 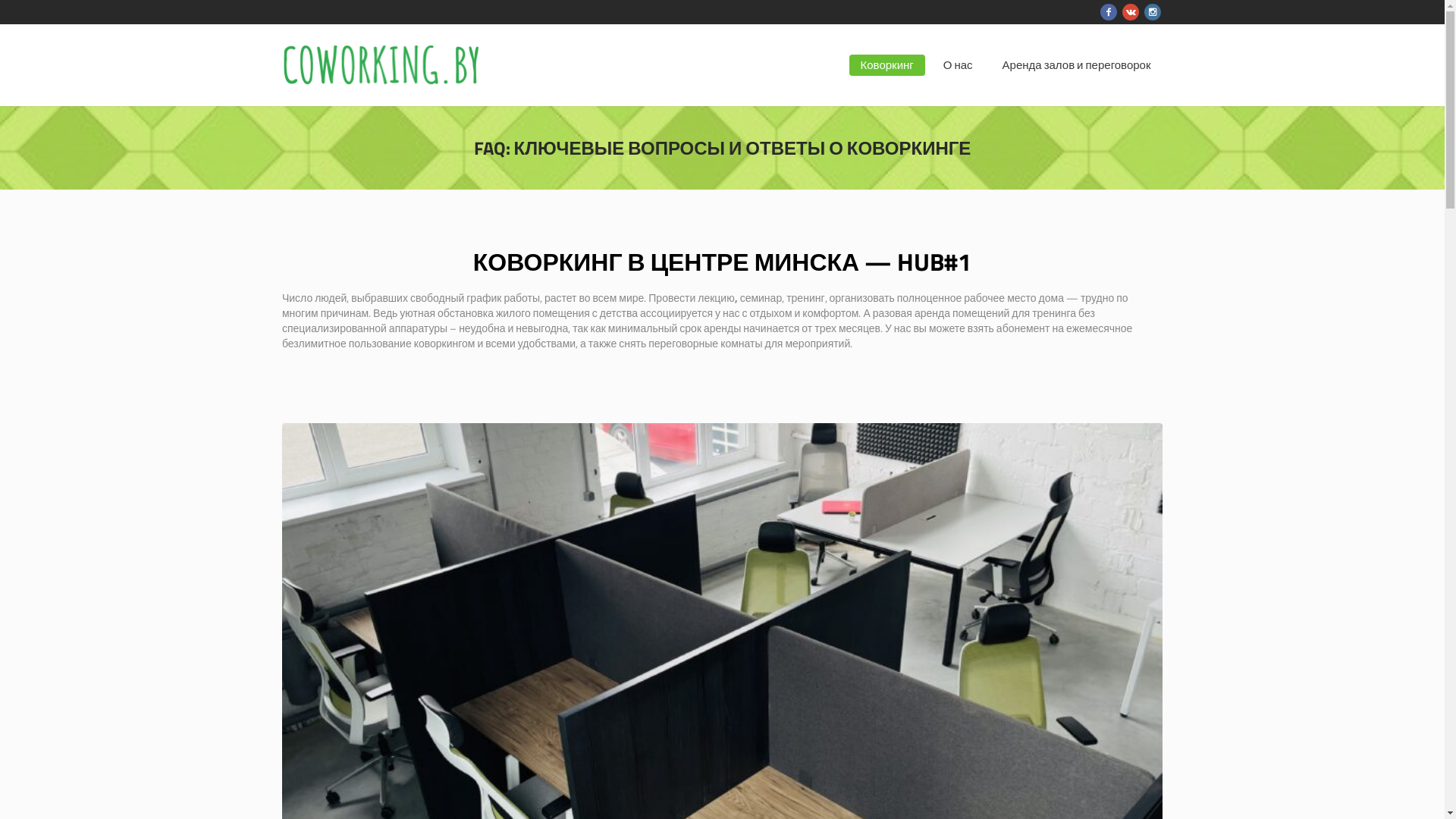 What do you see at coordinates (1131, 11) in the screenshot?
I see `'VK'` at bounding box center [1131, 11].